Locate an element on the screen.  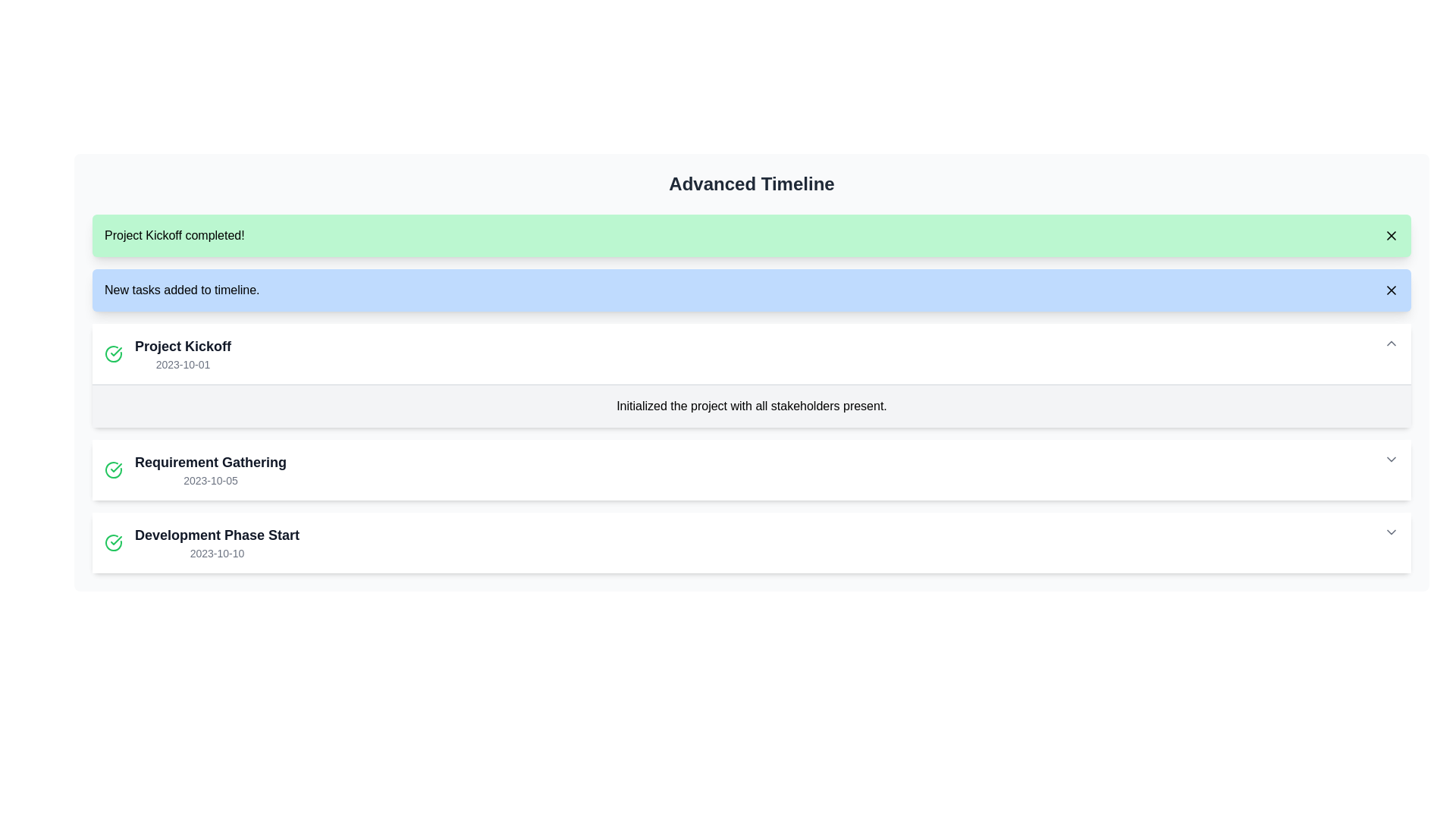
the small cross-shaped icon with a diagonal design on a blue background located at the far right of the blue notification bar in the timeline section is located at coordinates (1391, 290).